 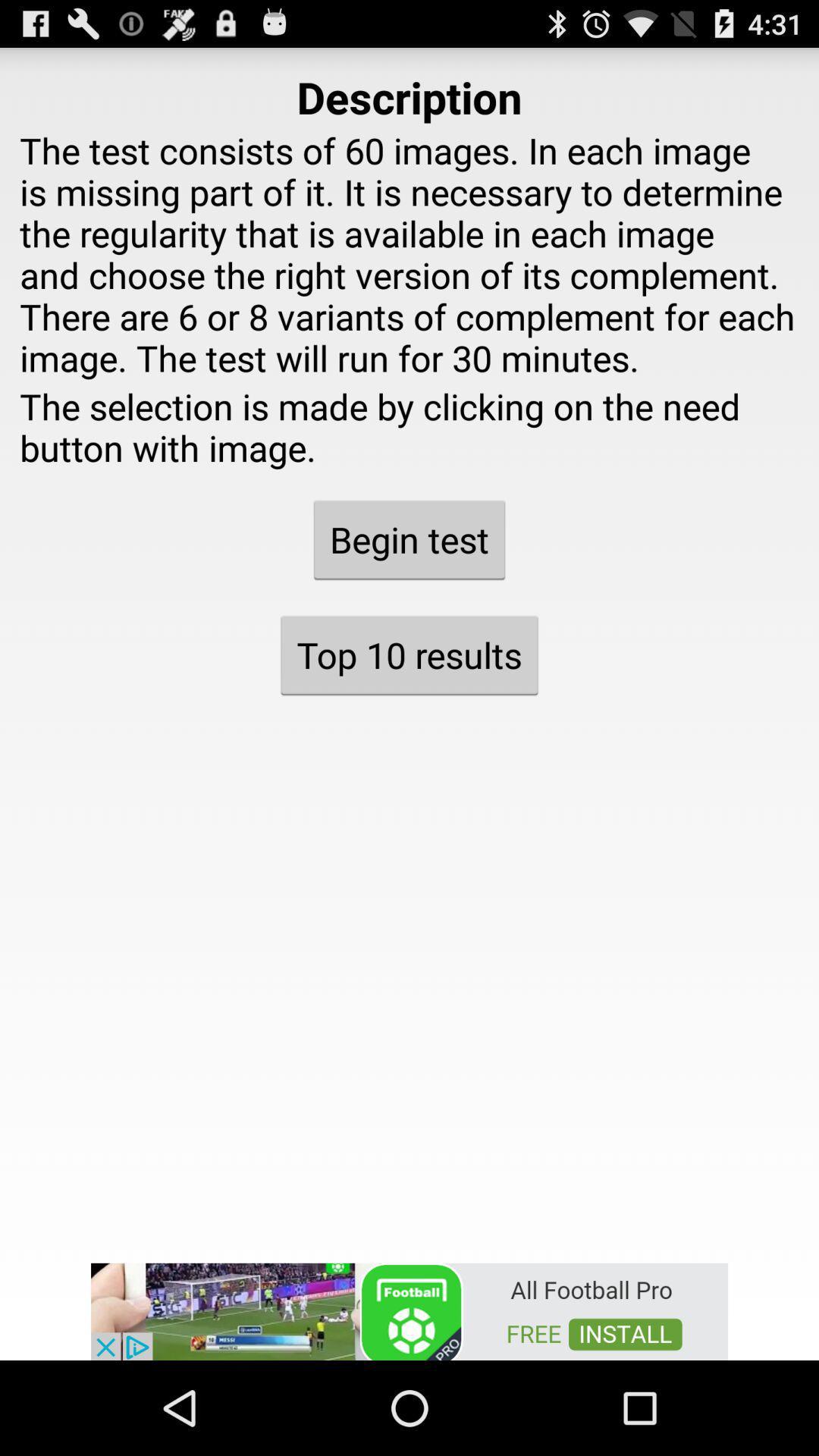 What do you see at coordinates (409, 1310) in the screenshot?
I see `launch advertisement` at bounding box center [409, 1310].